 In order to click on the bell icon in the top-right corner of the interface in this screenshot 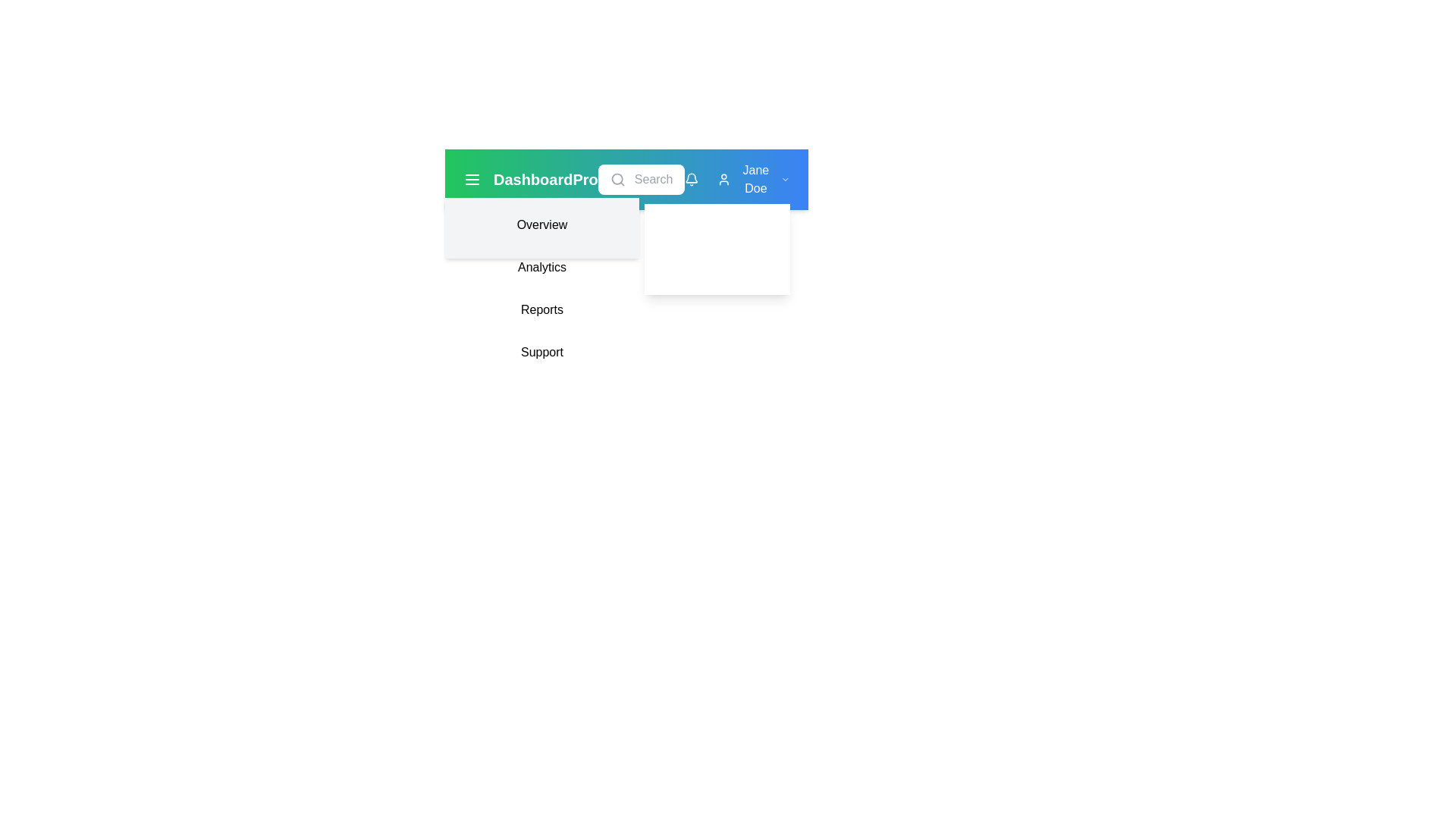, I will do `click(691, 177)`.